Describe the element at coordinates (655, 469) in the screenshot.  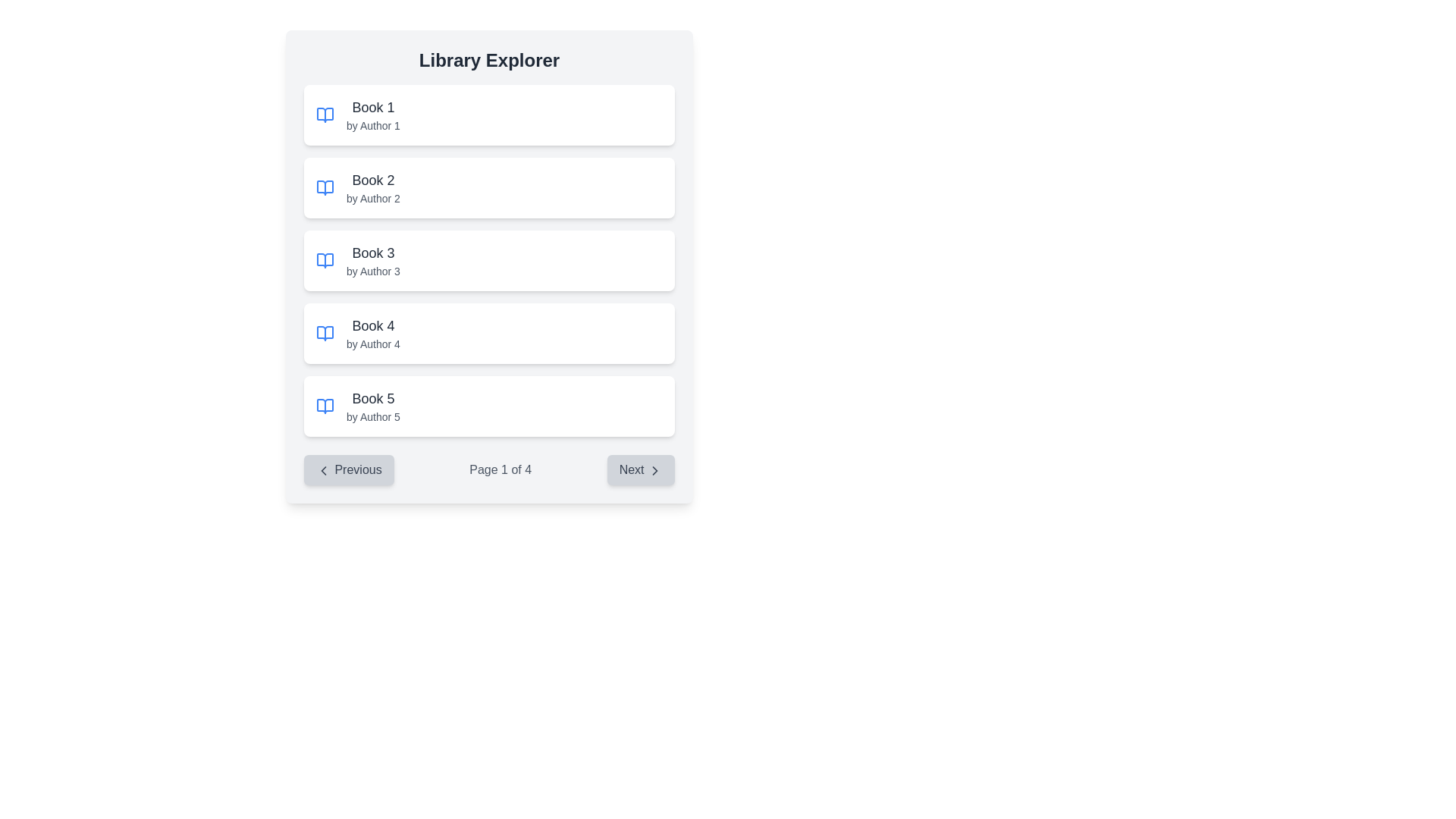
I see `the chevron icon indicating forward navigation located inside the 'Next' button at the bottom-right section of the interface` at that location.